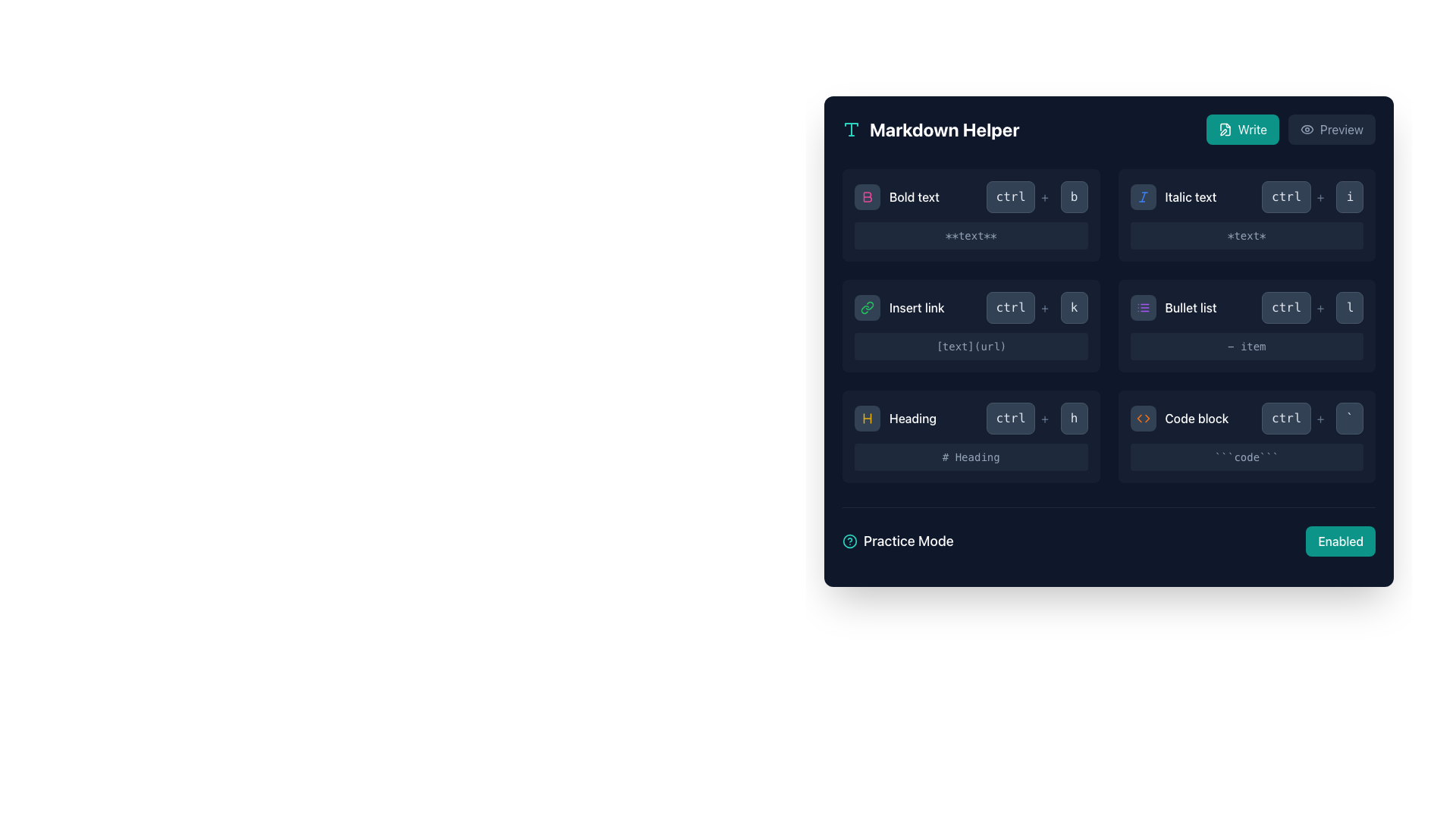 The width and height of the screenshot is (1456, 819). I want to click on the composite button-like option that allows users to insert a code block, located in the bottom-right section of the grid of options, so click(1247, 418).